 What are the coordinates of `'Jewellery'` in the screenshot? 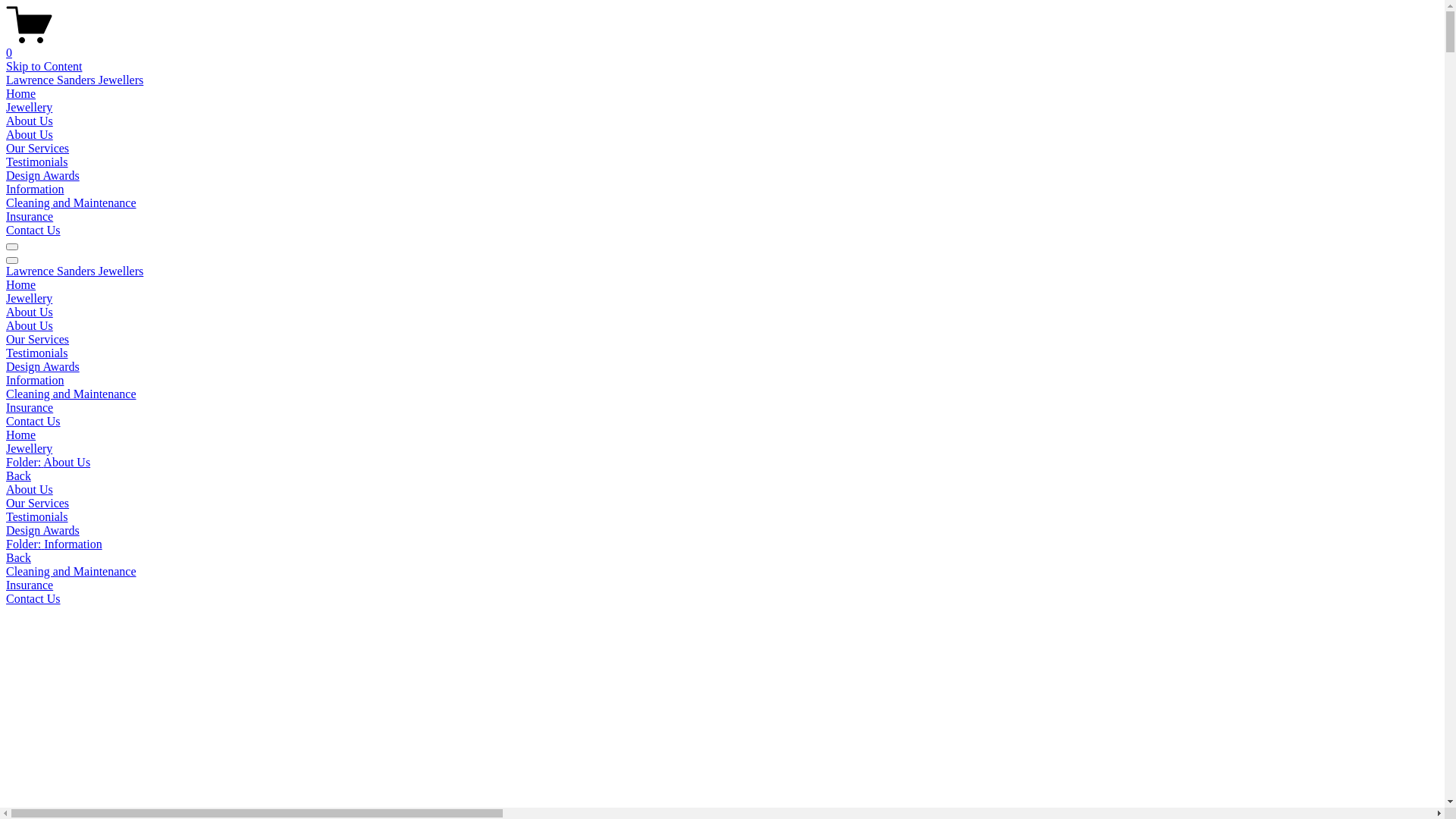 It's located at (6, 106).